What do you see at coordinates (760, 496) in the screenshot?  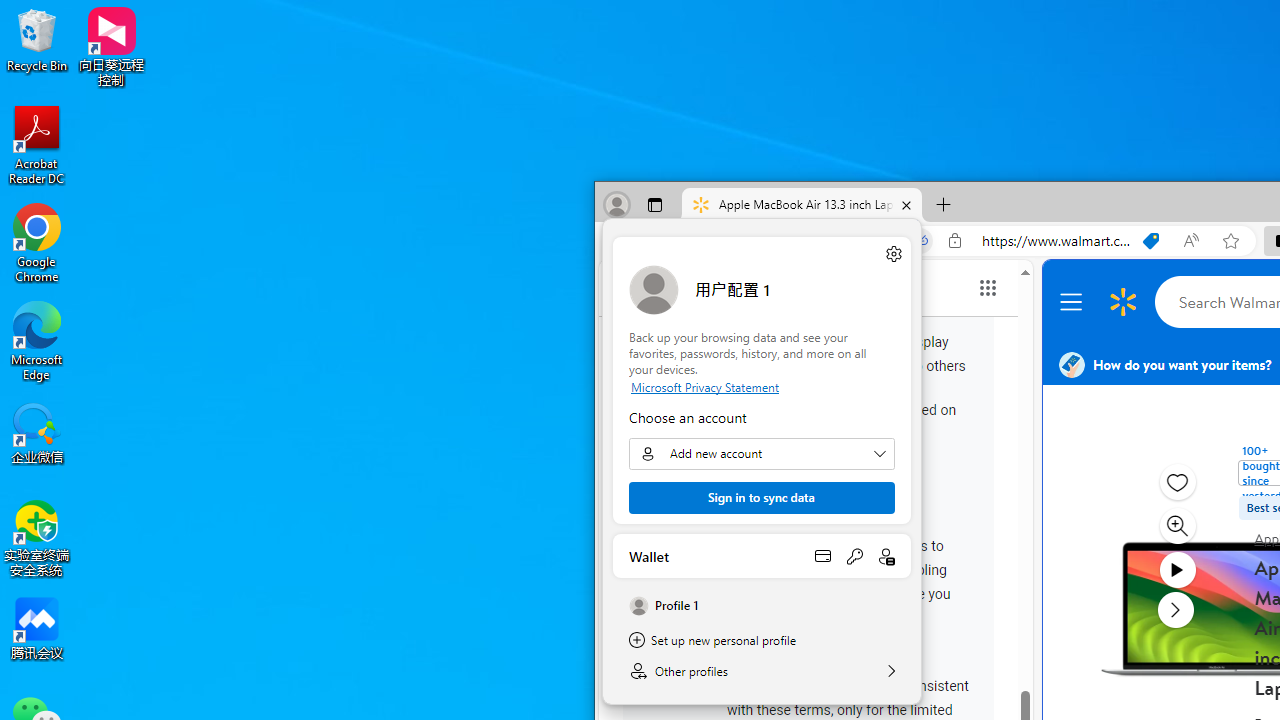 I see `'Sign in to sync data'` at bounding box center [760, 496].